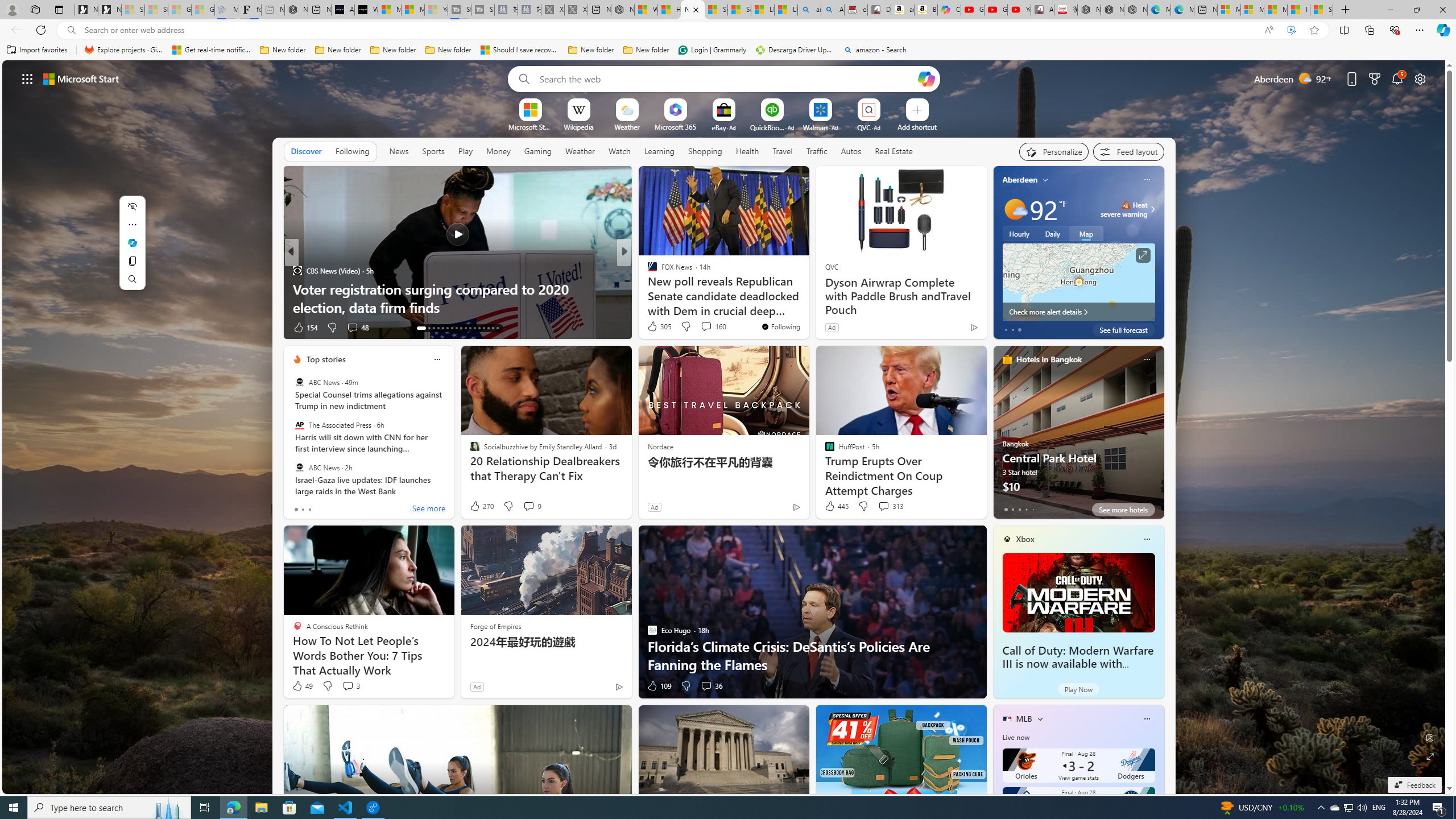  I want to click on 'X - Sleeping', so click(575, 9).